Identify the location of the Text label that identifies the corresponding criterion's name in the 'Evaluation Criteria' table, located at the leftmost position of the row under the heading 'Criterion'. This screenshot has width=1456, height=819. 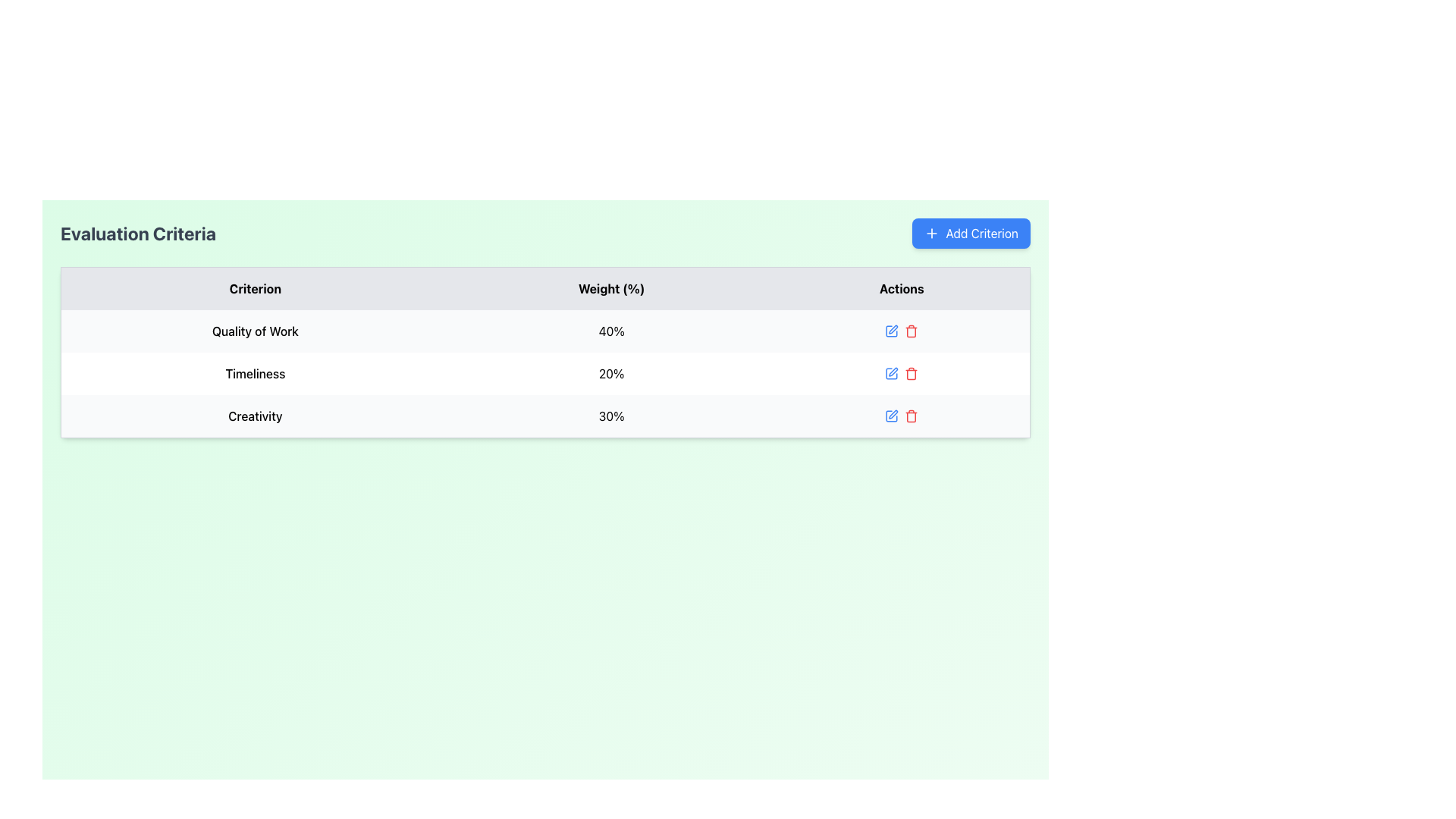
(255, 330).